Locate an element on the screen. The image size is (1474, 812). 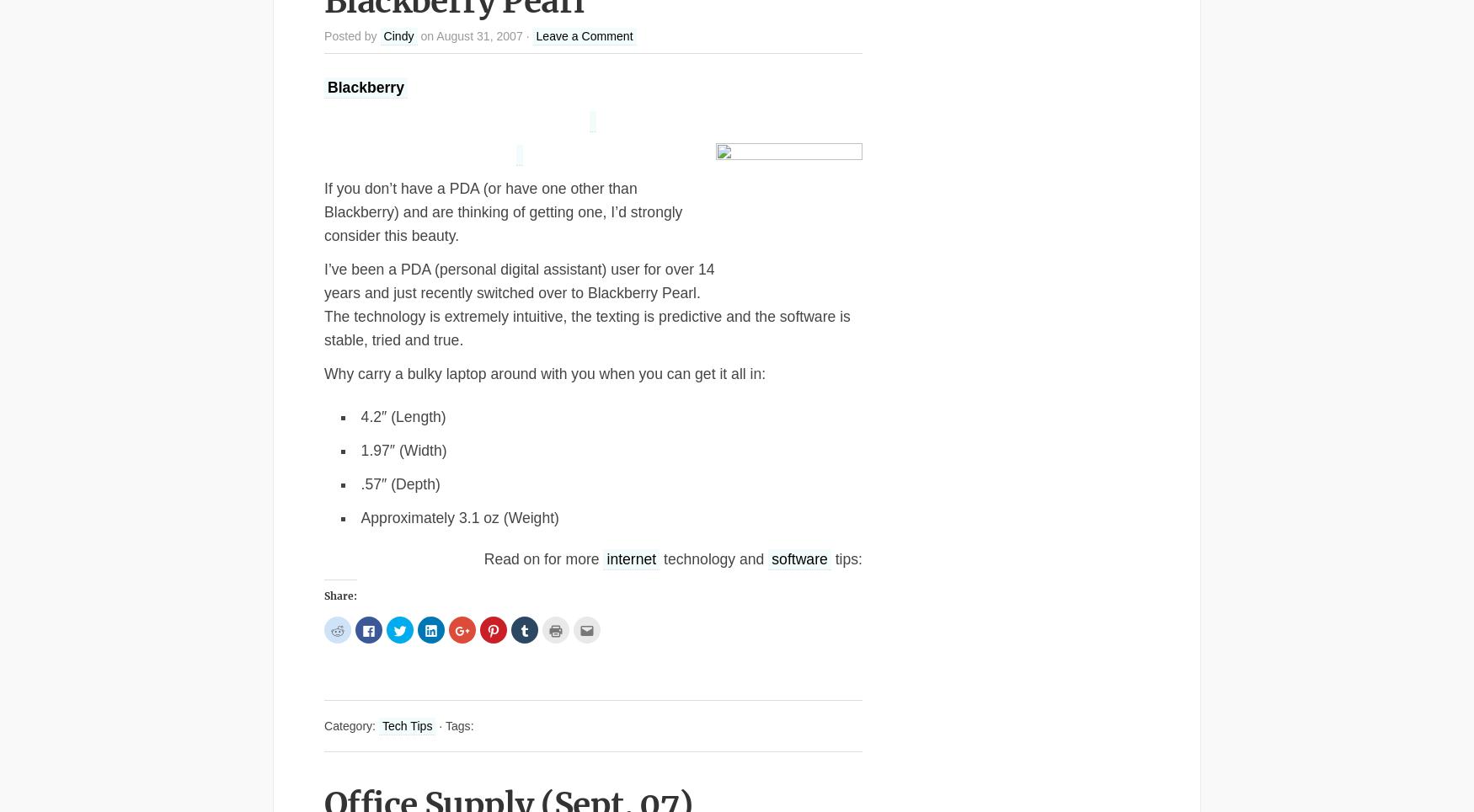
'(Depth)' is located at coordinates (414, 482).